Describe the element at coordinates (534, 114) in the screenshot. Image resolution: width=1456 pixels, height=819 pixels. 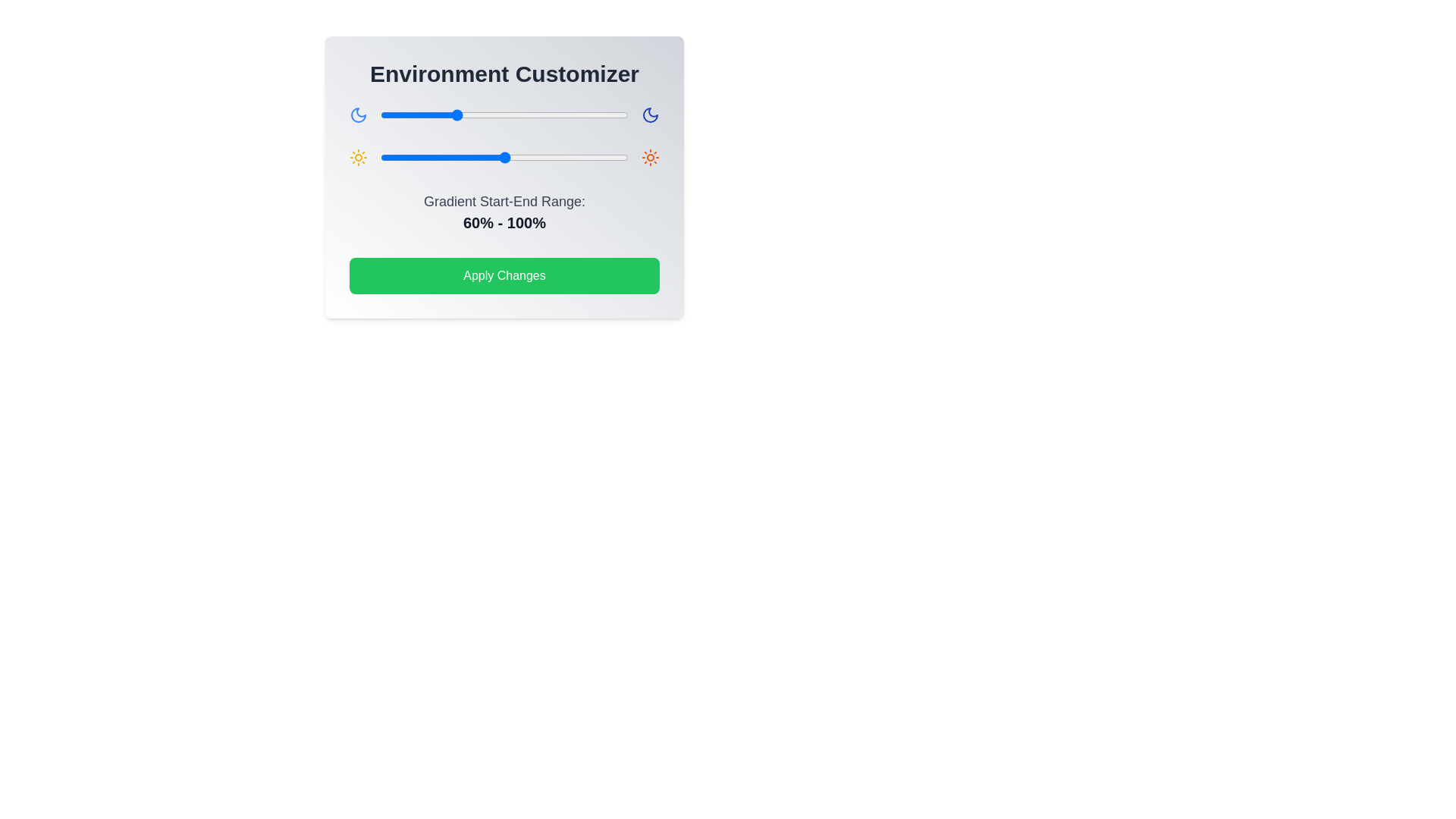
I see `the gradient slider 0 to 124` at that location.